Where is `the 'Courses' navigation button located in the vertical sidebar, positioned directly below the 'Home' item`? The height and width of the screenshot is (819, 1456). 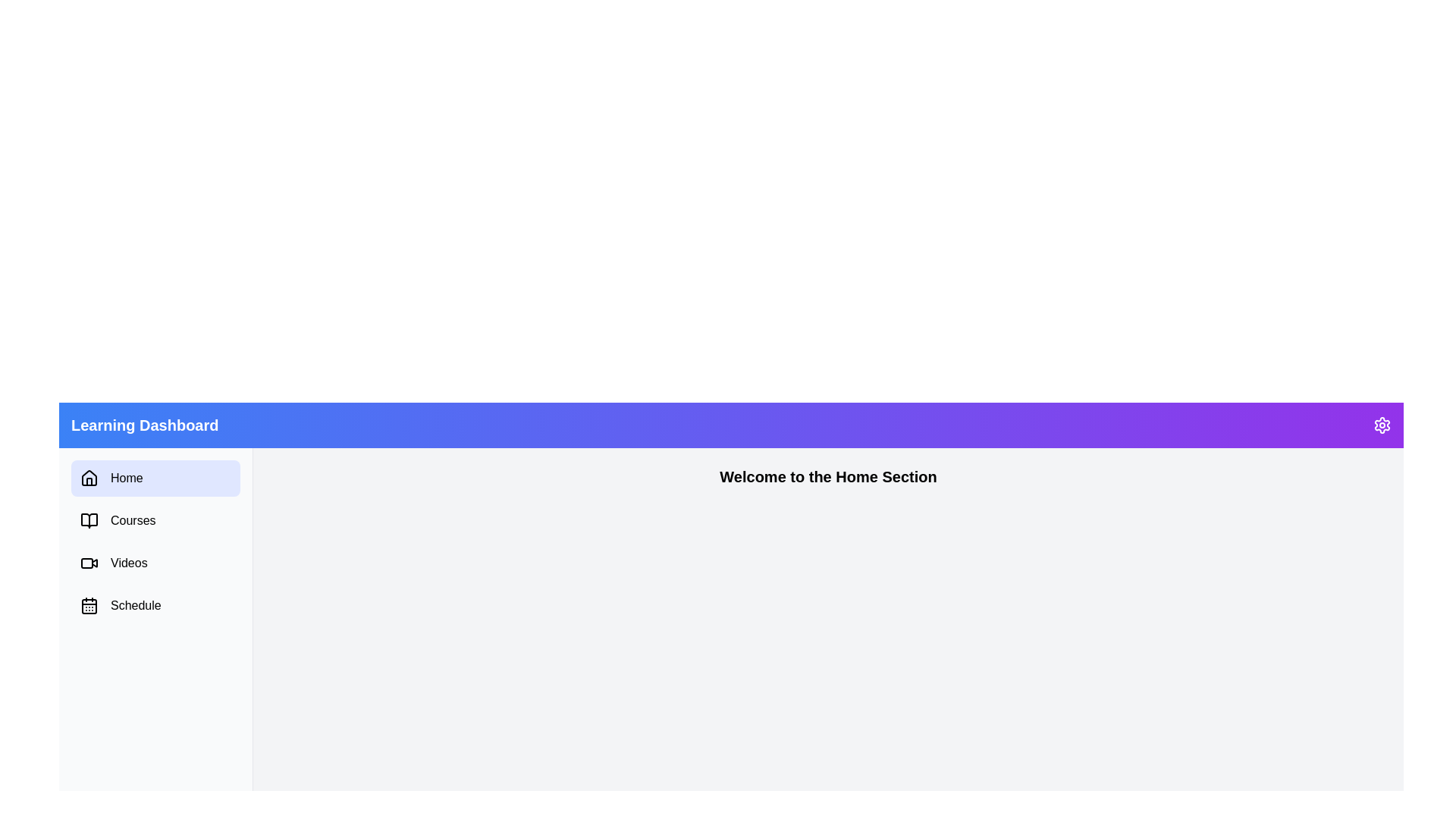
the 'Courses' navigation button located in the vertical sidebar, positioned directly below the 'Home' item is located at coordinates (155, 519).